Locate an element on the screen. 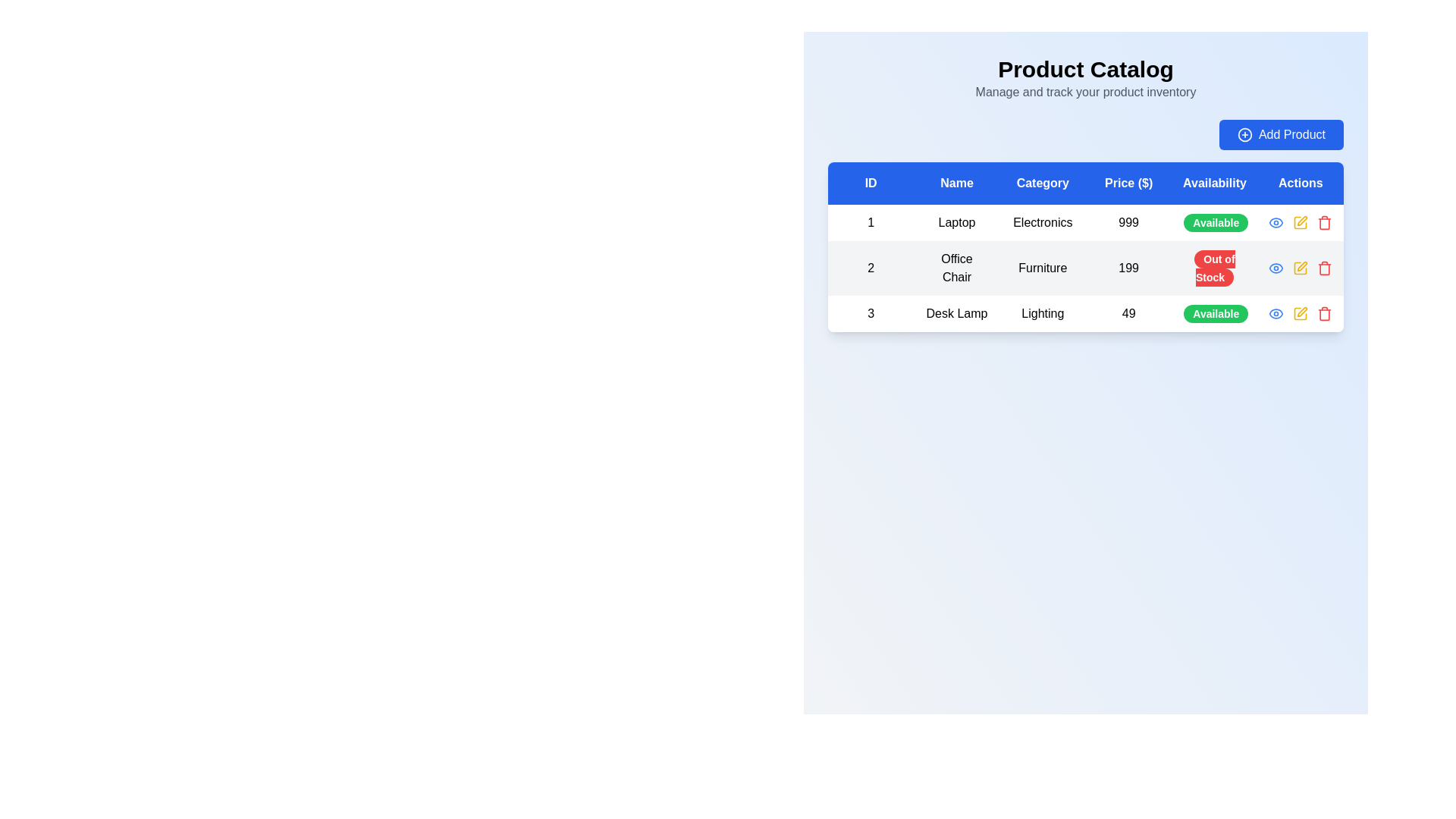 This screenshot has height=819, width=1456. the 'edit' icon in the 'Actions' column for the 'Office Chair' item to initiate editing the associated row is located at coordinates (1301, 311).